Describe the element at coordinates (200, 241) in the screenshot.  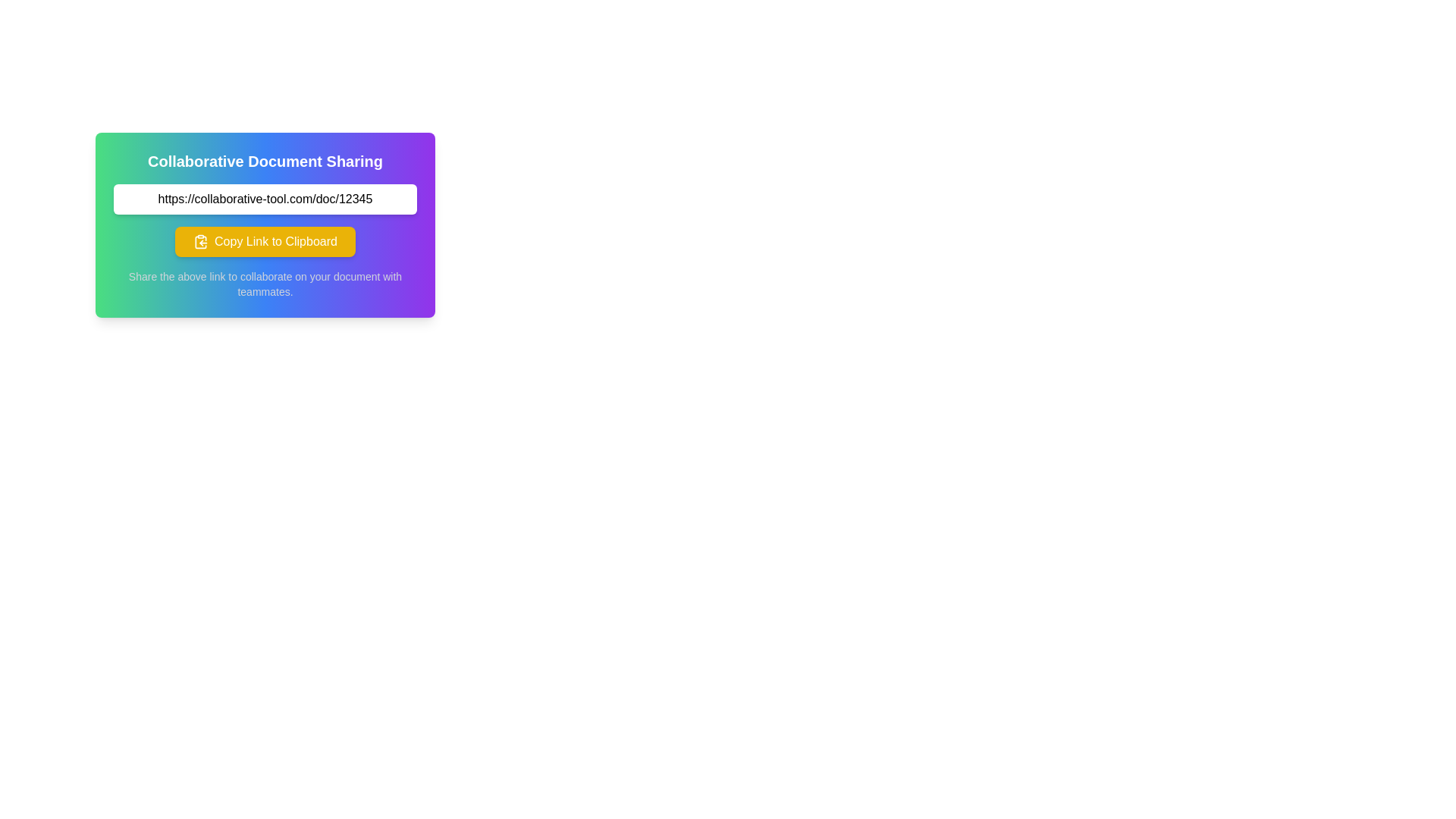
I see `the graphical icon resembling a clipboard with a copying arrow` at that location.